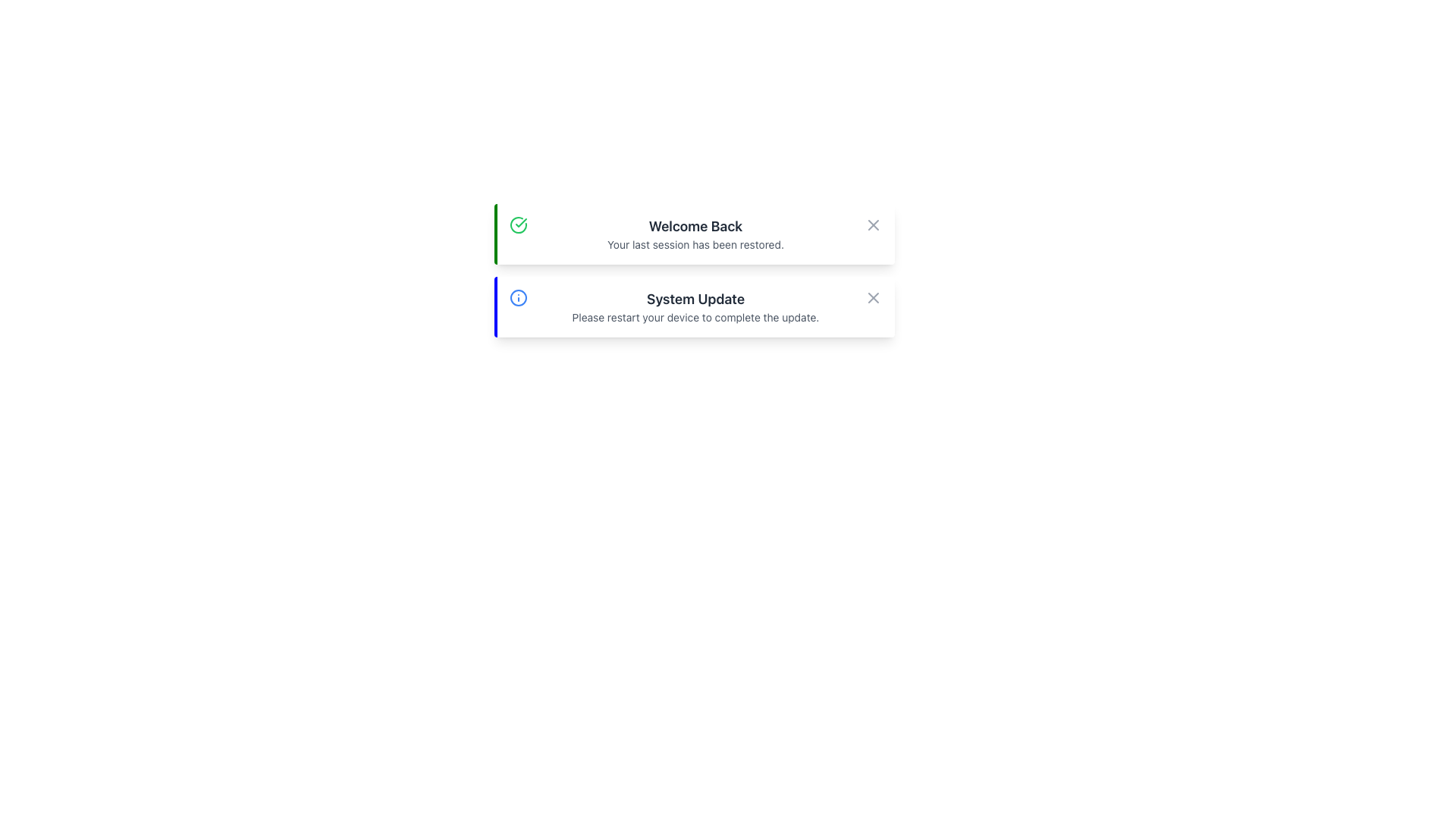 The image size is (1456, 819). What do you see at coordinates (695, 227) in the screenshot?
I see `the 'Welcome Back' text displayed in bold, larger font near the top-center of the interface` at bounding box center [695, 227].